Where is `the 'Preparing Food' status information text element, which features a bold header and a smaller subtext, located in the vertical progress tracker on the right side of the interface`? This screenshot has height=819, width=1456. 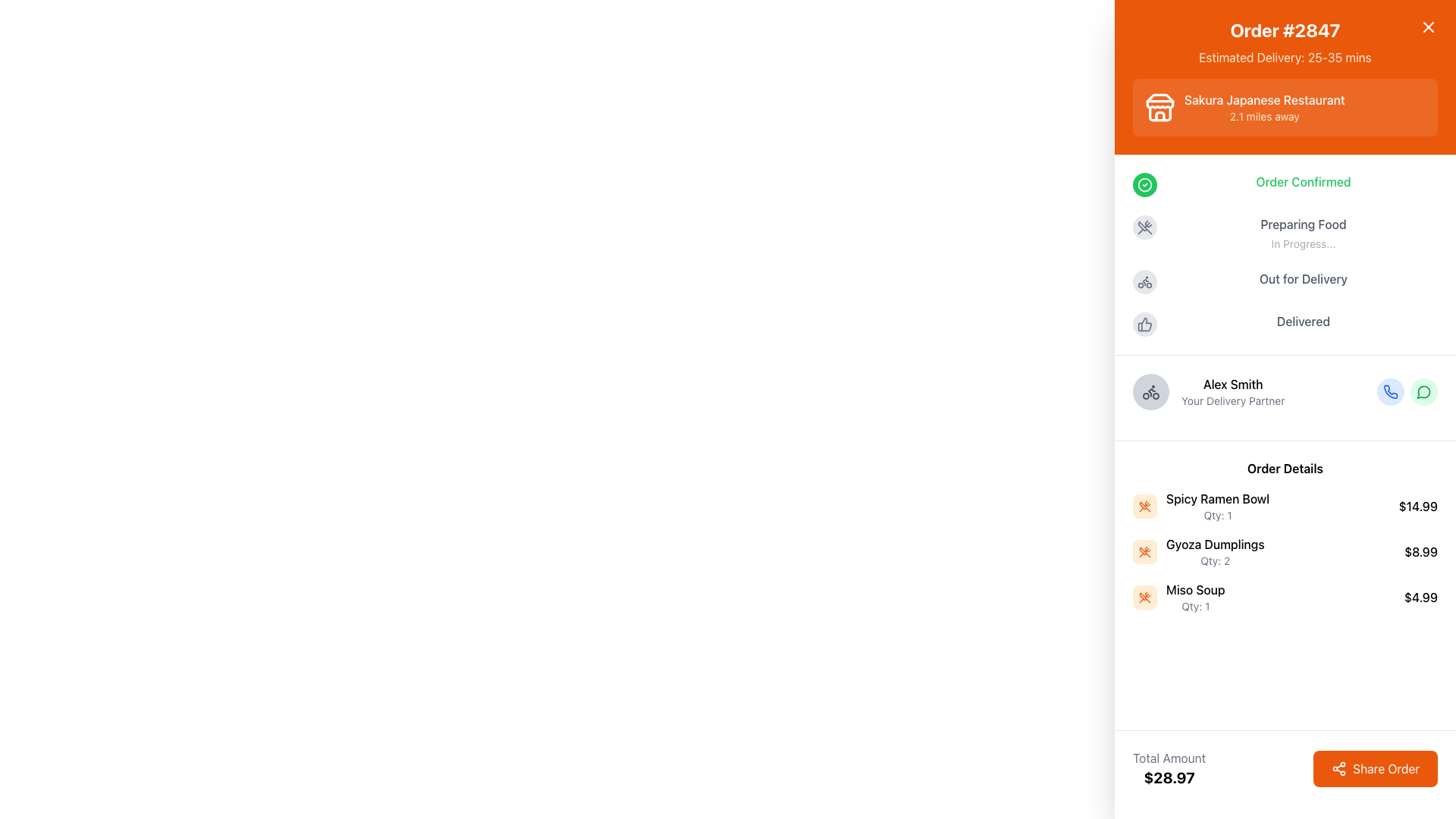 the 'Preparing Food' status information text element, which features a bold header and a smaller subtext, located in the vertical progress tracker on the right side of the interface is located at coordinates (1302, 234).